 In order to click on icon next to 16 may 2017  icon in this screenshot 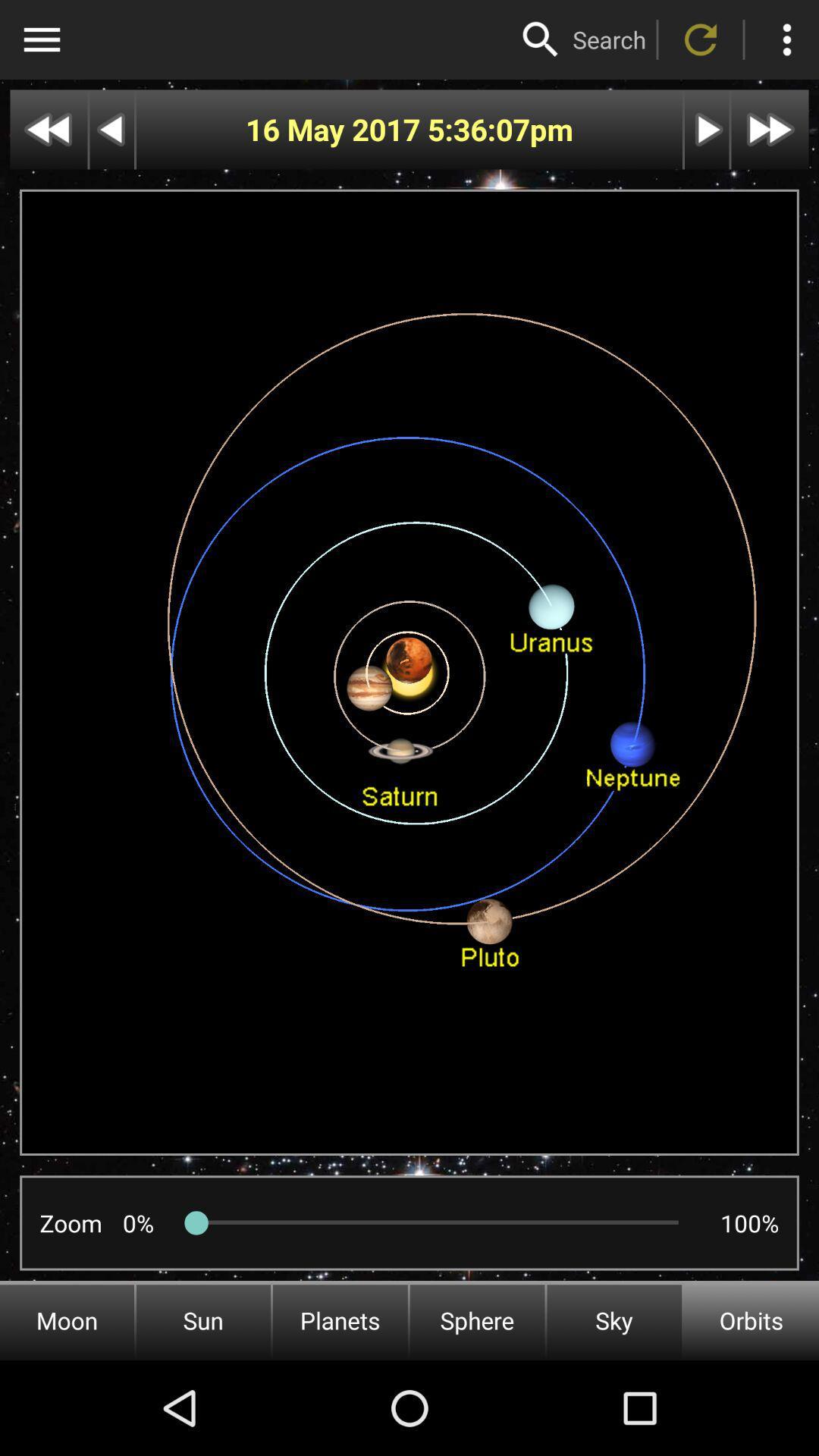, I will do `click(479, 130)`.